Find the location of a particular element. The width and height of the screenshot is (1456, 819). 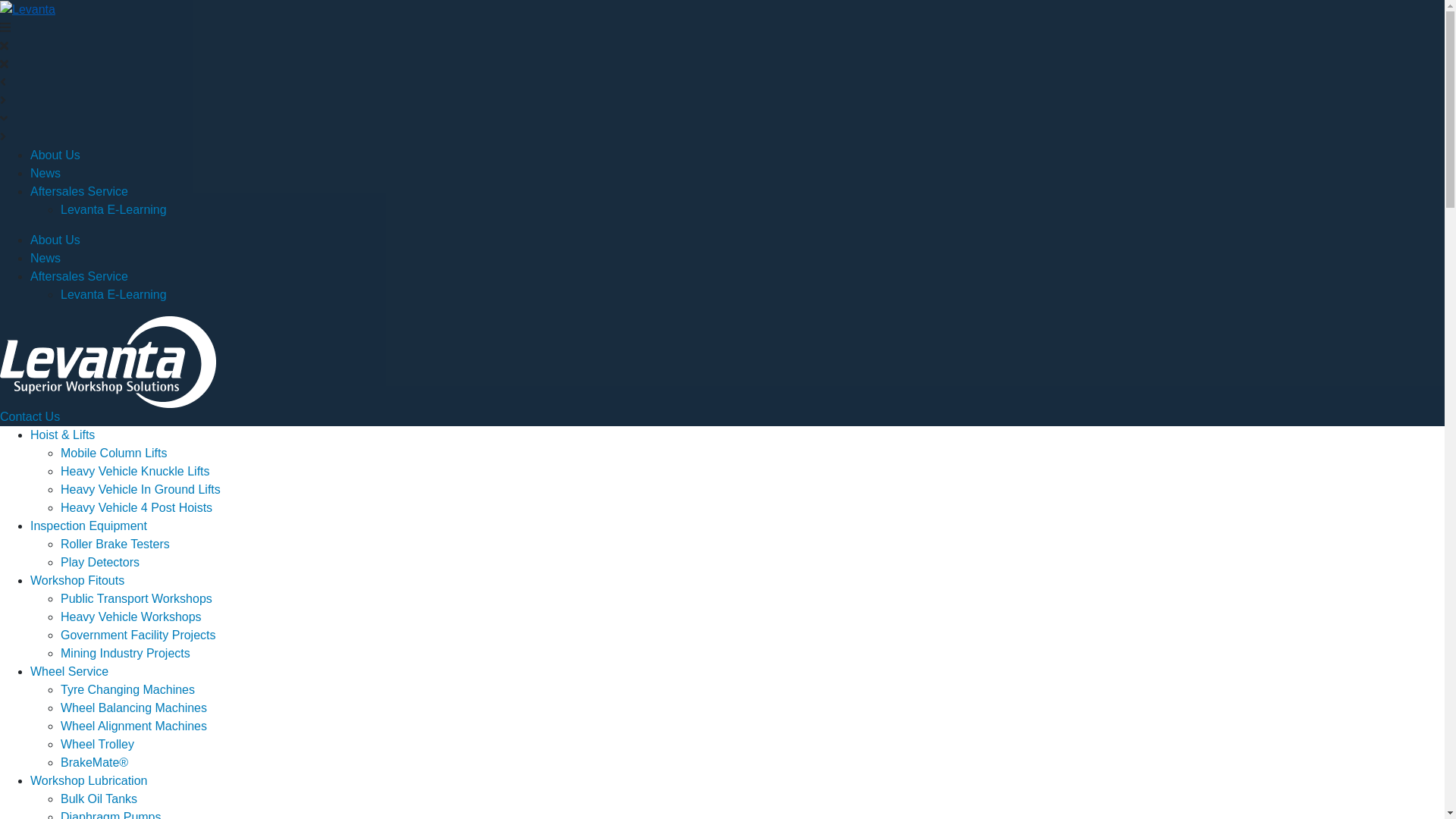

'News' is located at coordinates (45, 257).